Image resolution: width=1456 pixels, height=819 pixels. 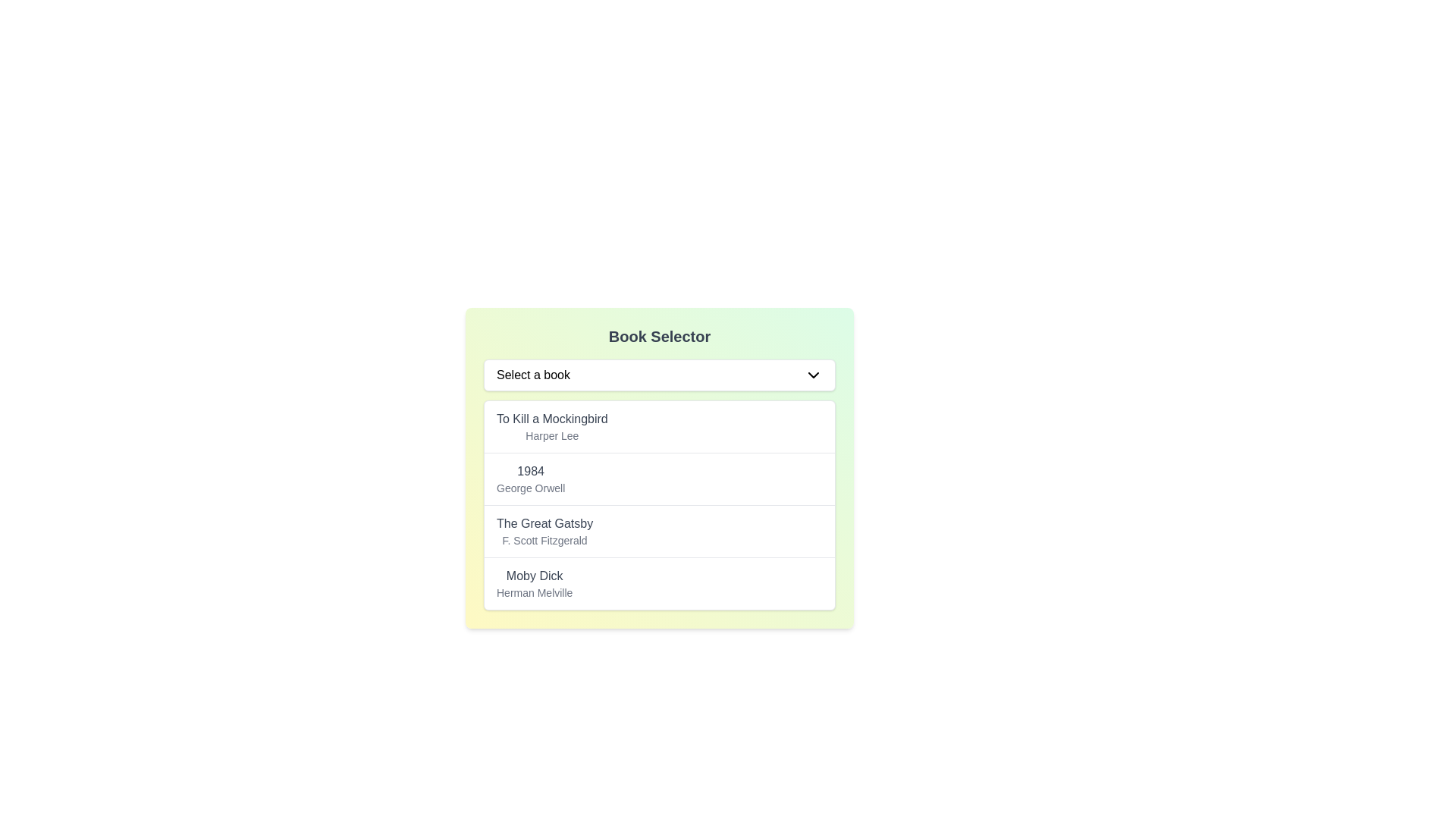 What do you see at coordinates (659, 479) in the screenshot?
I see `the selectable list item displaying '1984' by George Orwell` at bounding box center [659, 479].